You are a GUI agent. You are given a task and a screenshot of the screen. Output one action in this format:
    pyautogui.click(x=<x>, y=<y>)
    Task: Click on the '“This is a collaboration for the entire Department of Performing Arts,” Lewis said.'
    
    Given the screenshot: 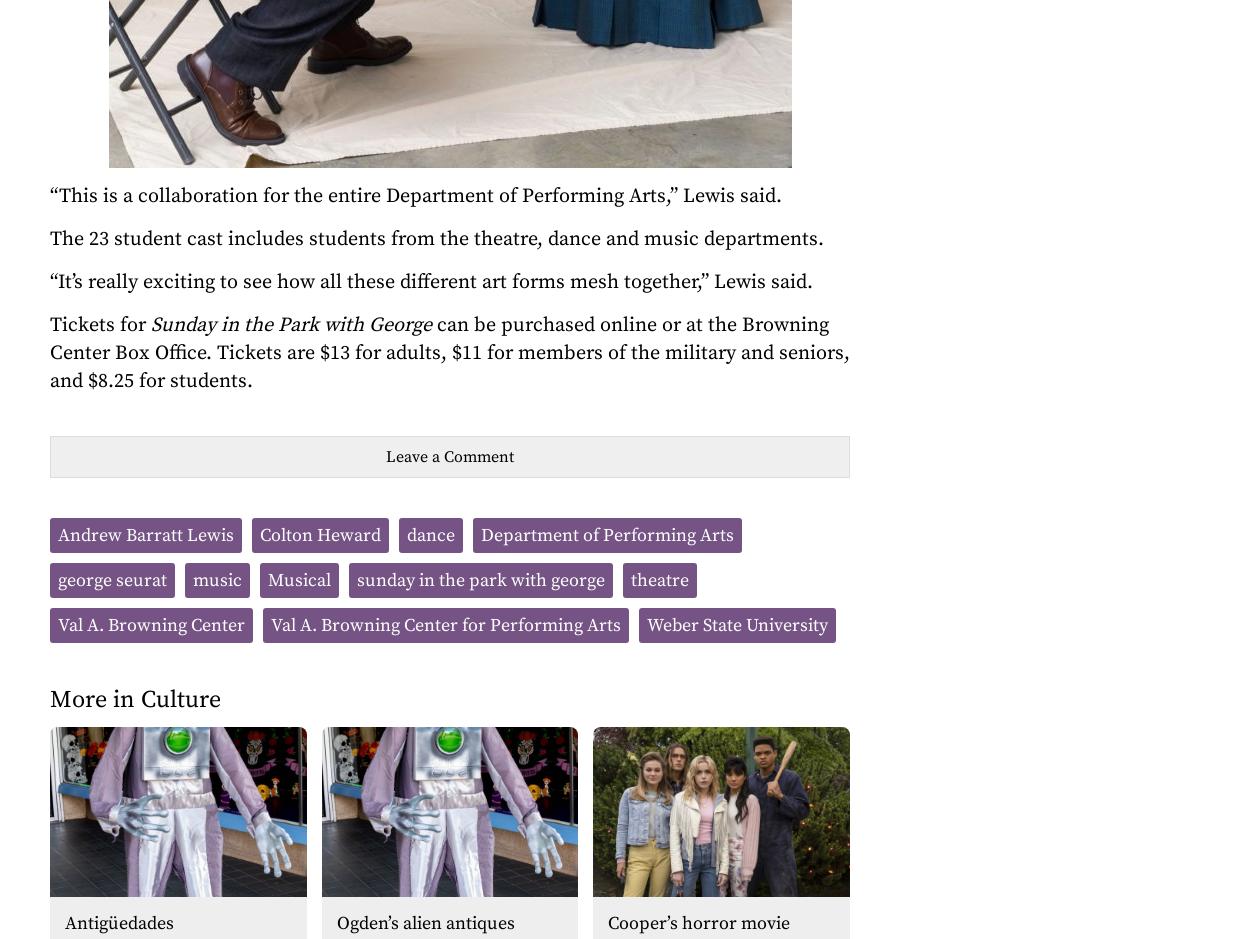 What is the action you would take?
    pyautogui.click(x=50, y=195)
    